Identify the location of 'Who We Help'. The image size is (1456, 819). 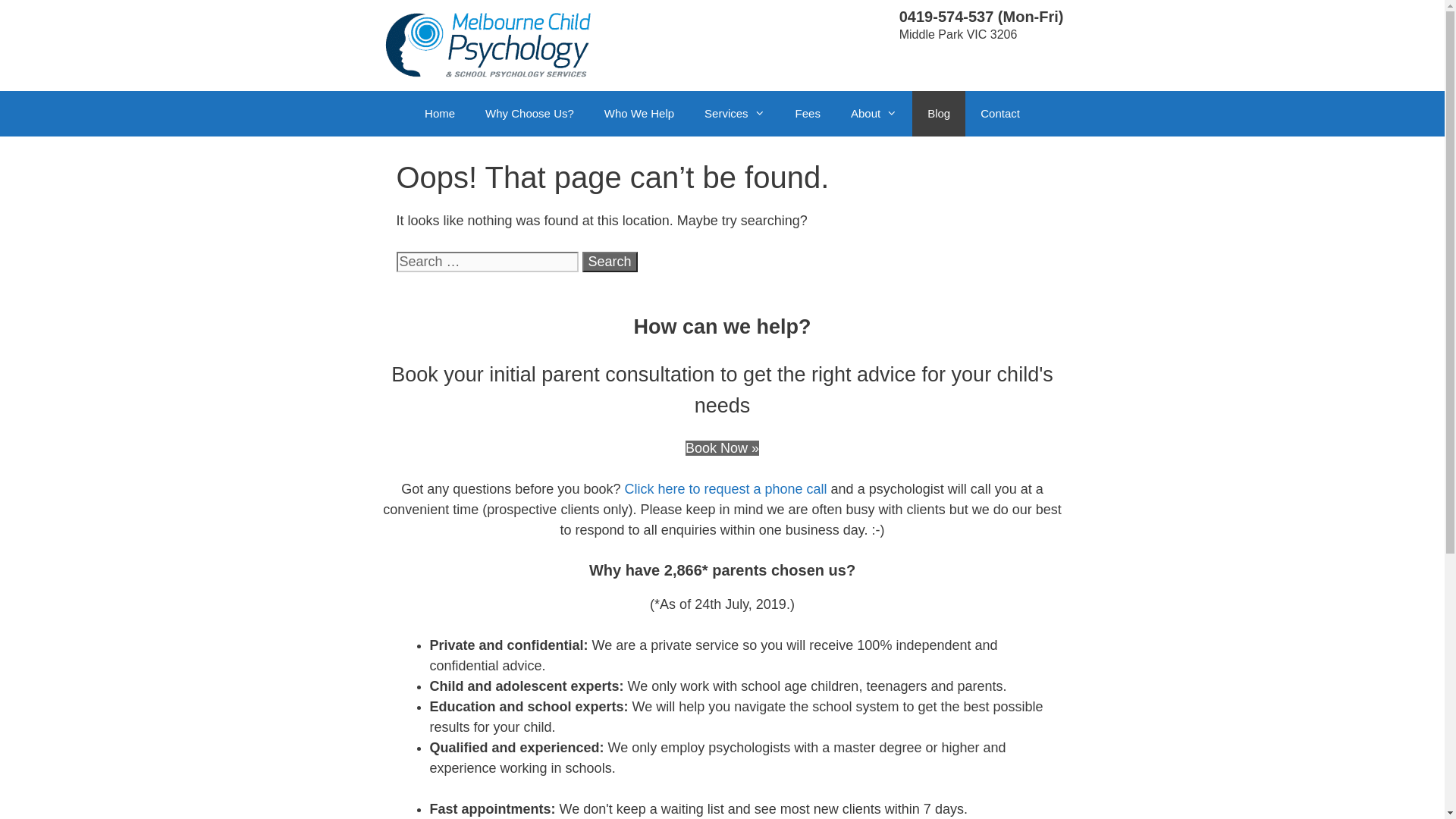
(639, 113).